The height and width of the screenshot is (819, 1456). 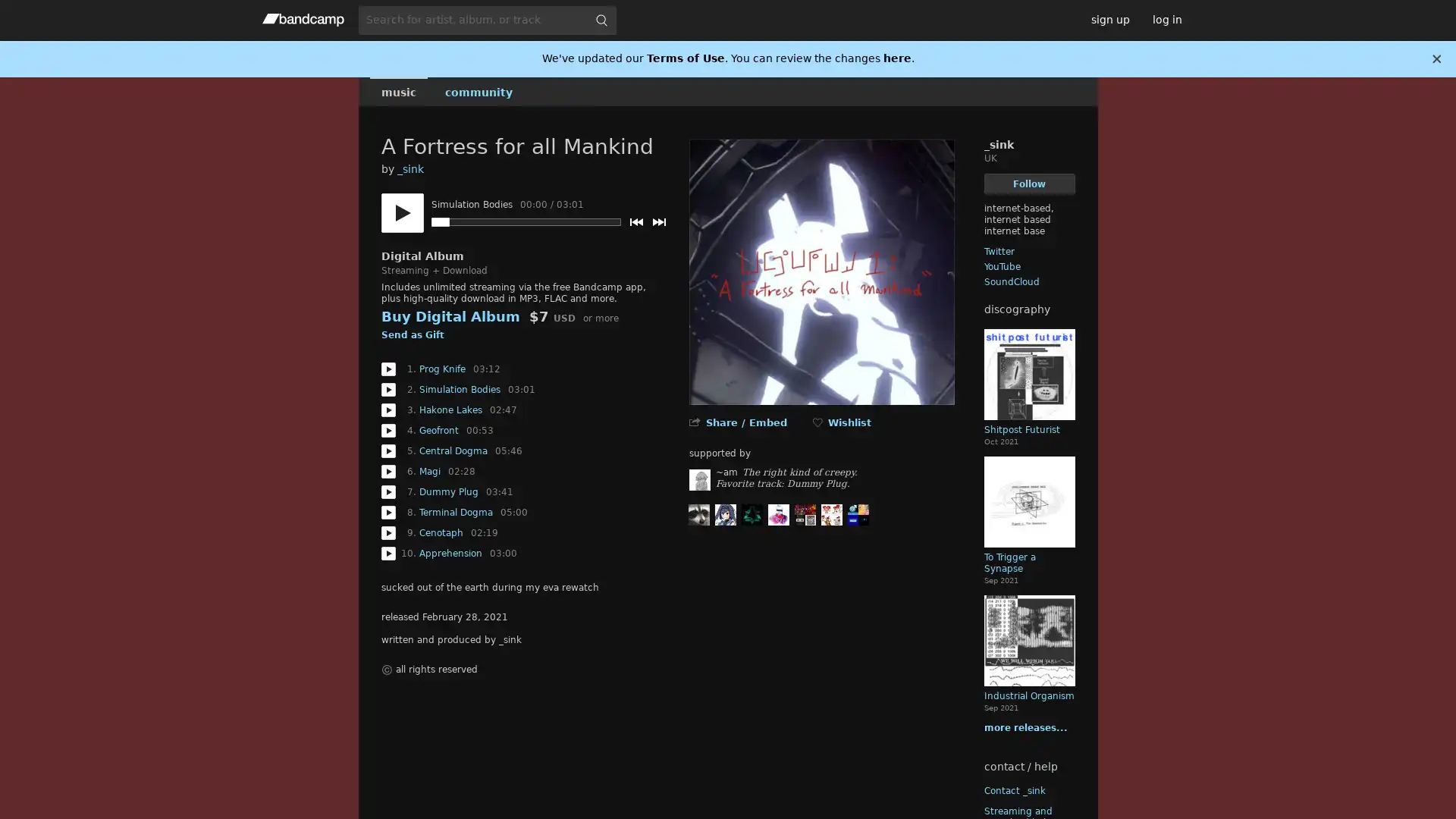 What do you see at coordinates (635, 222) in the screenshot?
I see `Previous track` at bounding box center [635, 222].